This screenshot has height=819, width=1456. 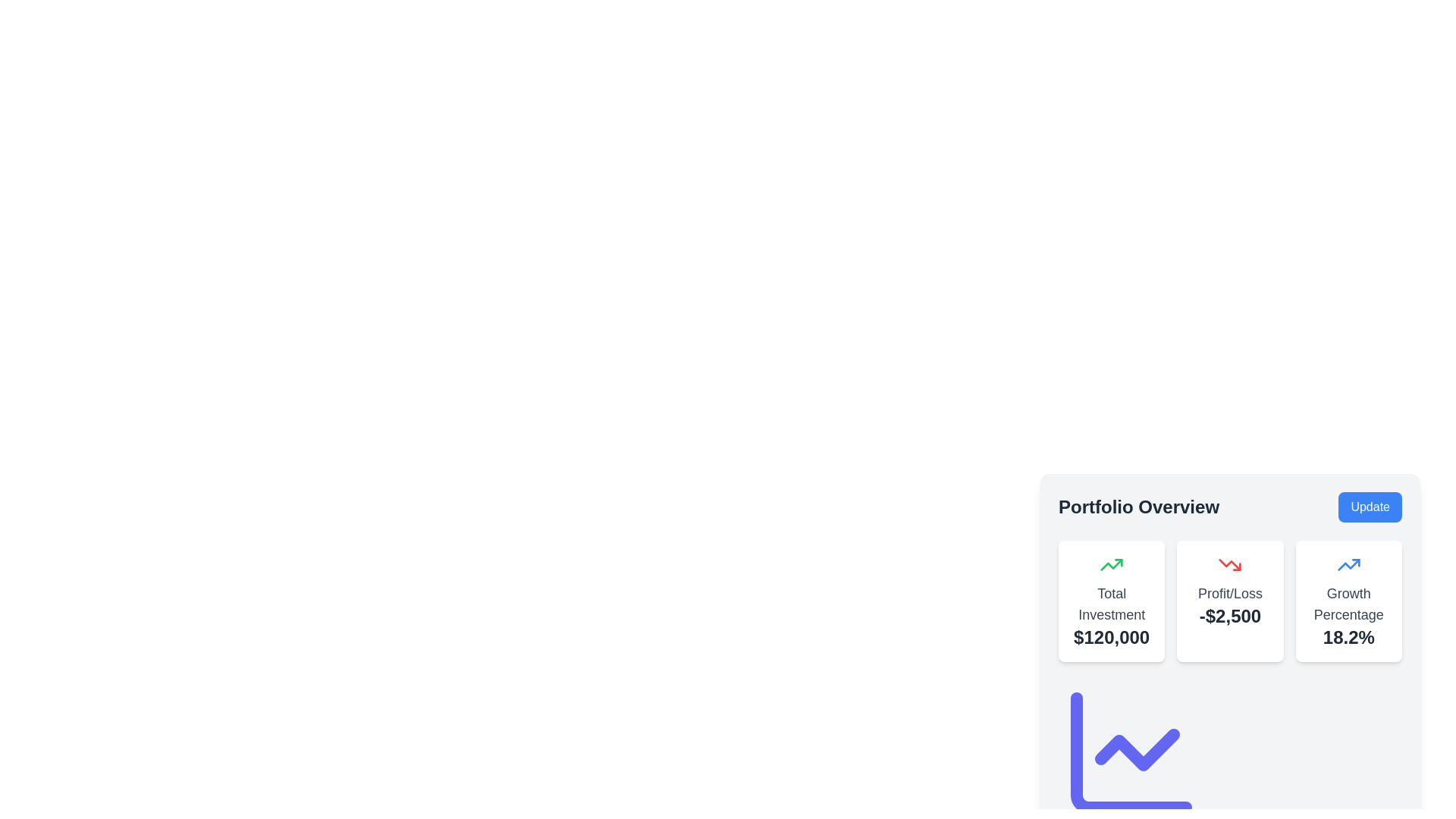 I want to click on the Text label displaying the value '-$2,500', which is located beneath the 'Profit/Loss' label in the 'Portfolio Overview' section, so click(x=1230, y=617).